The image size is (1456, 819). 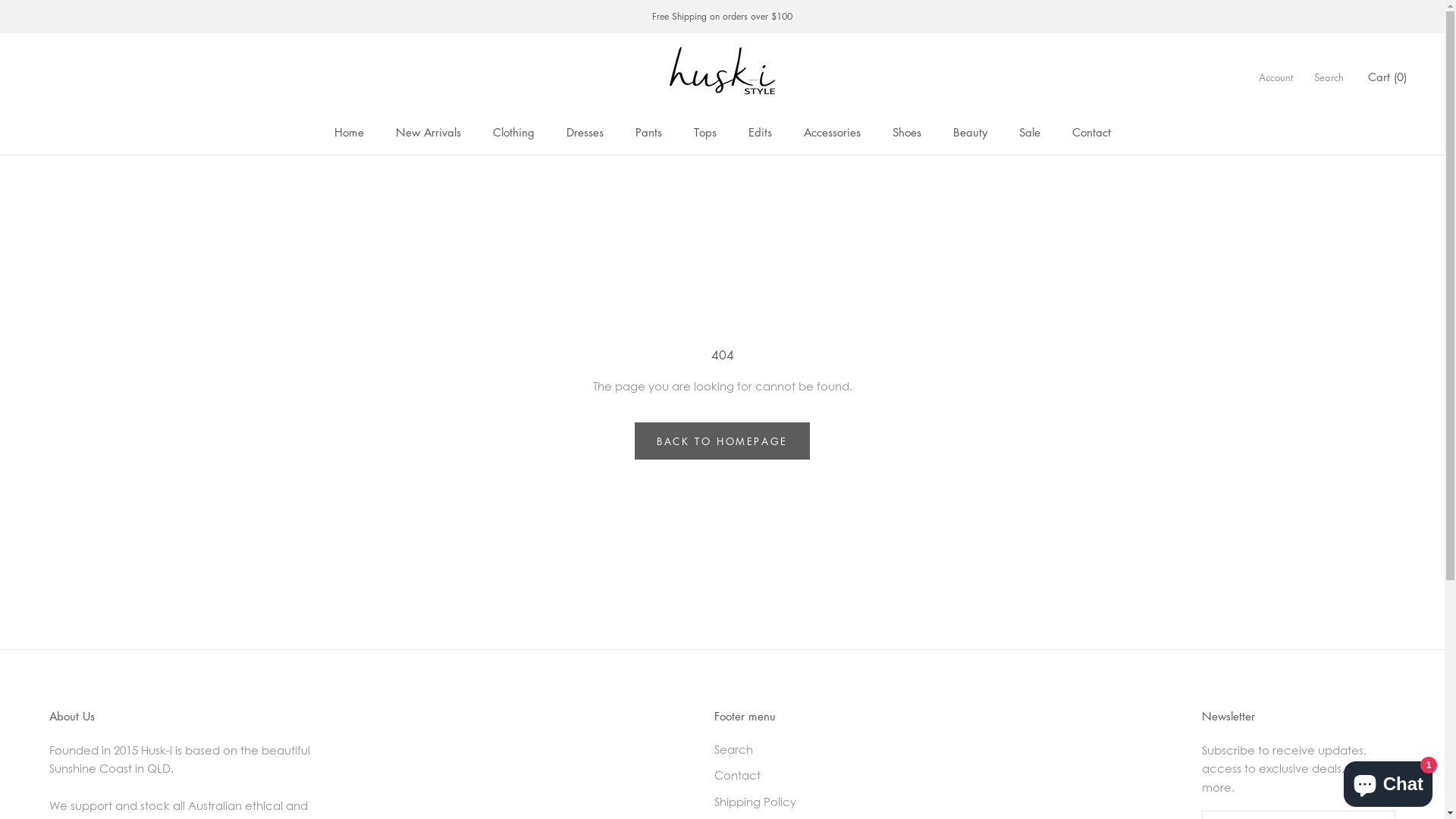 What do you see at coordinates (347, 130) in the screenshot?
I see `'Home` at bounding box center [347, 130].